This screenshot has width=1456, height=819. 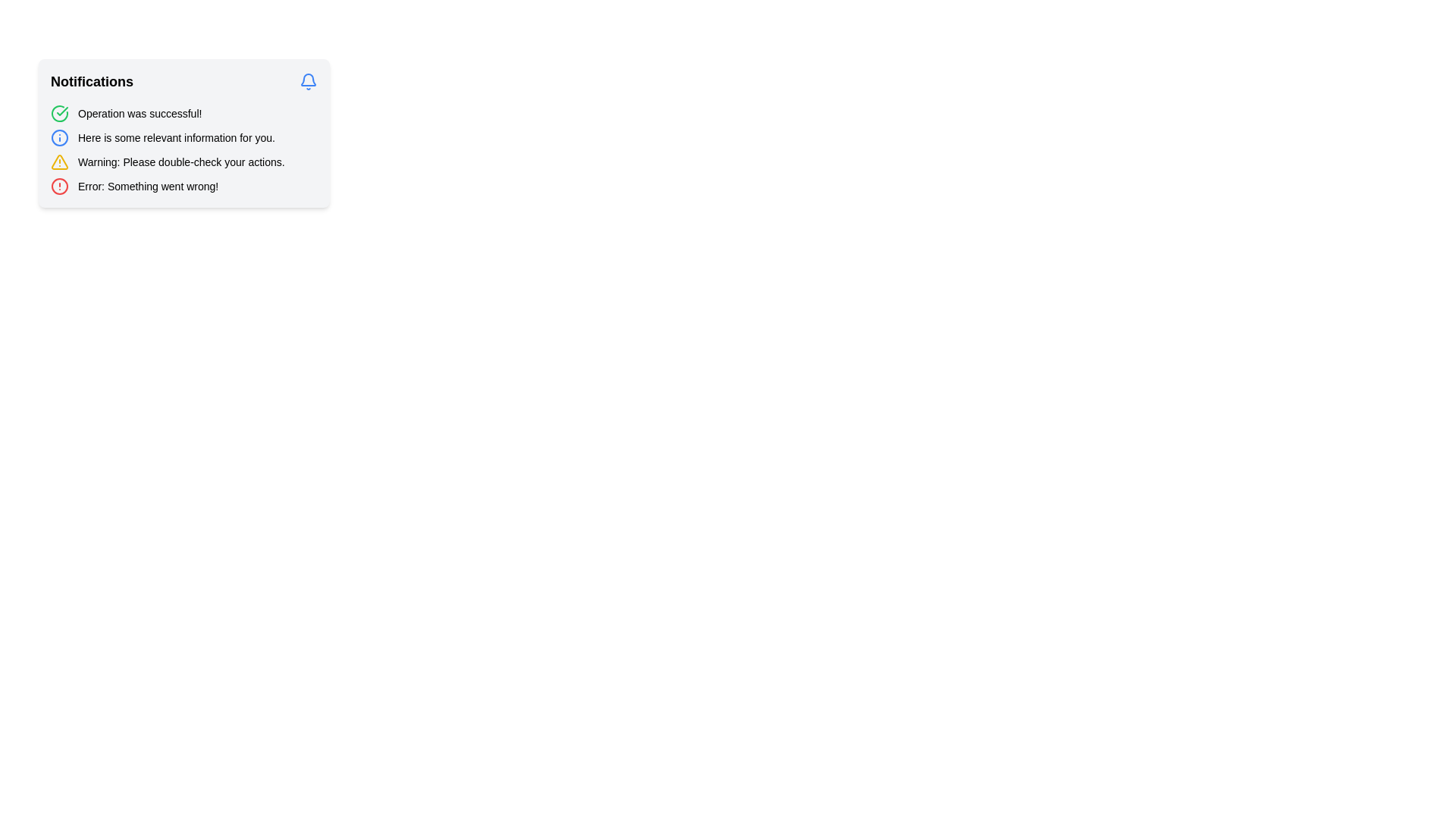 What do you see at coordinates (91, 82) in the screenshot?
I see `text of the notification section title located in the top-left corner of the notification panel` at bounding box center [91, 82].